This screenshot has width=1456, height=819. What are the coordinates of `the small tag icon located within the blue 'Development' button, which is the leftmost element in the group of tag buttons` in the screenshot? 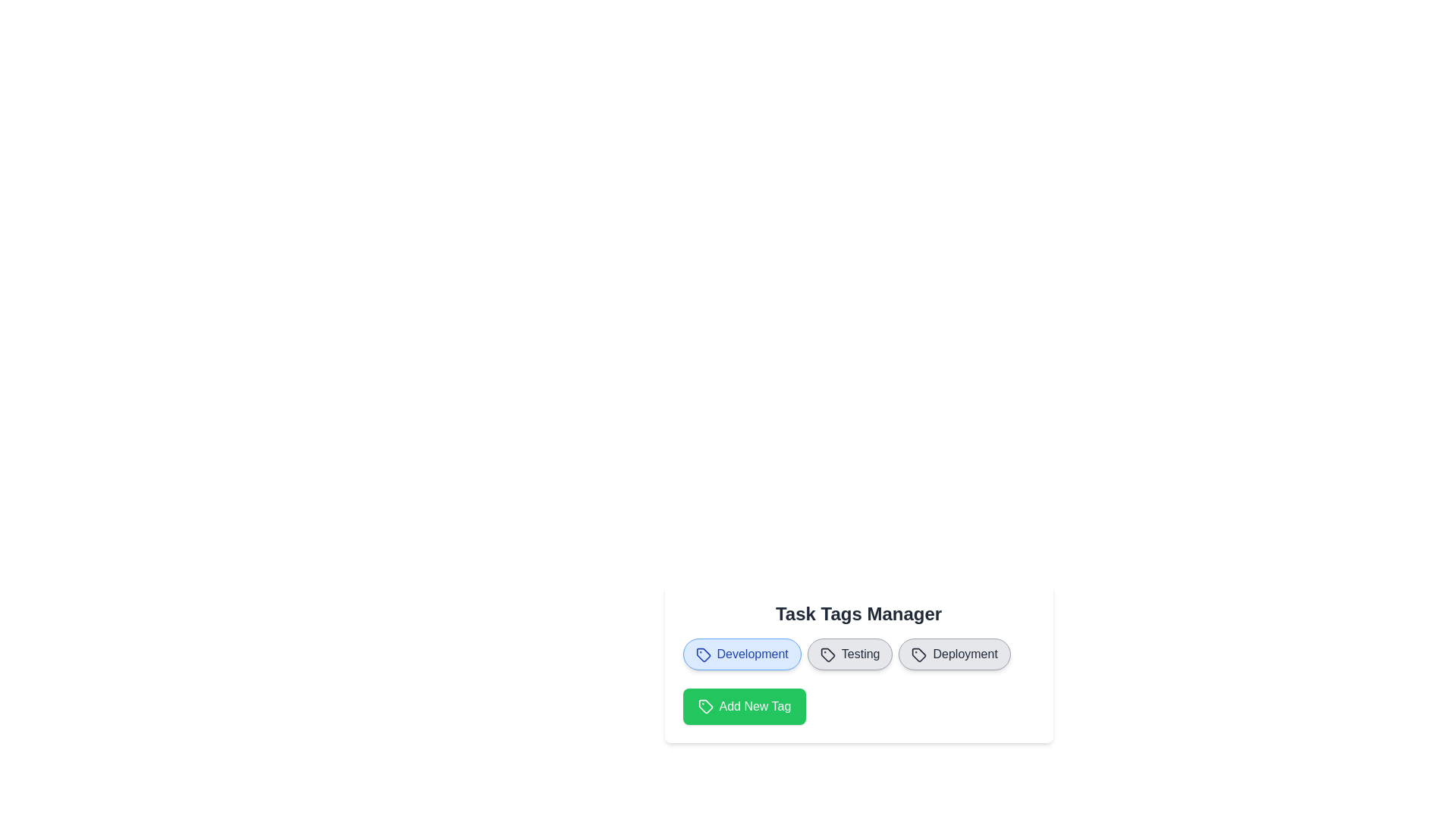 It's located at (702, 654).